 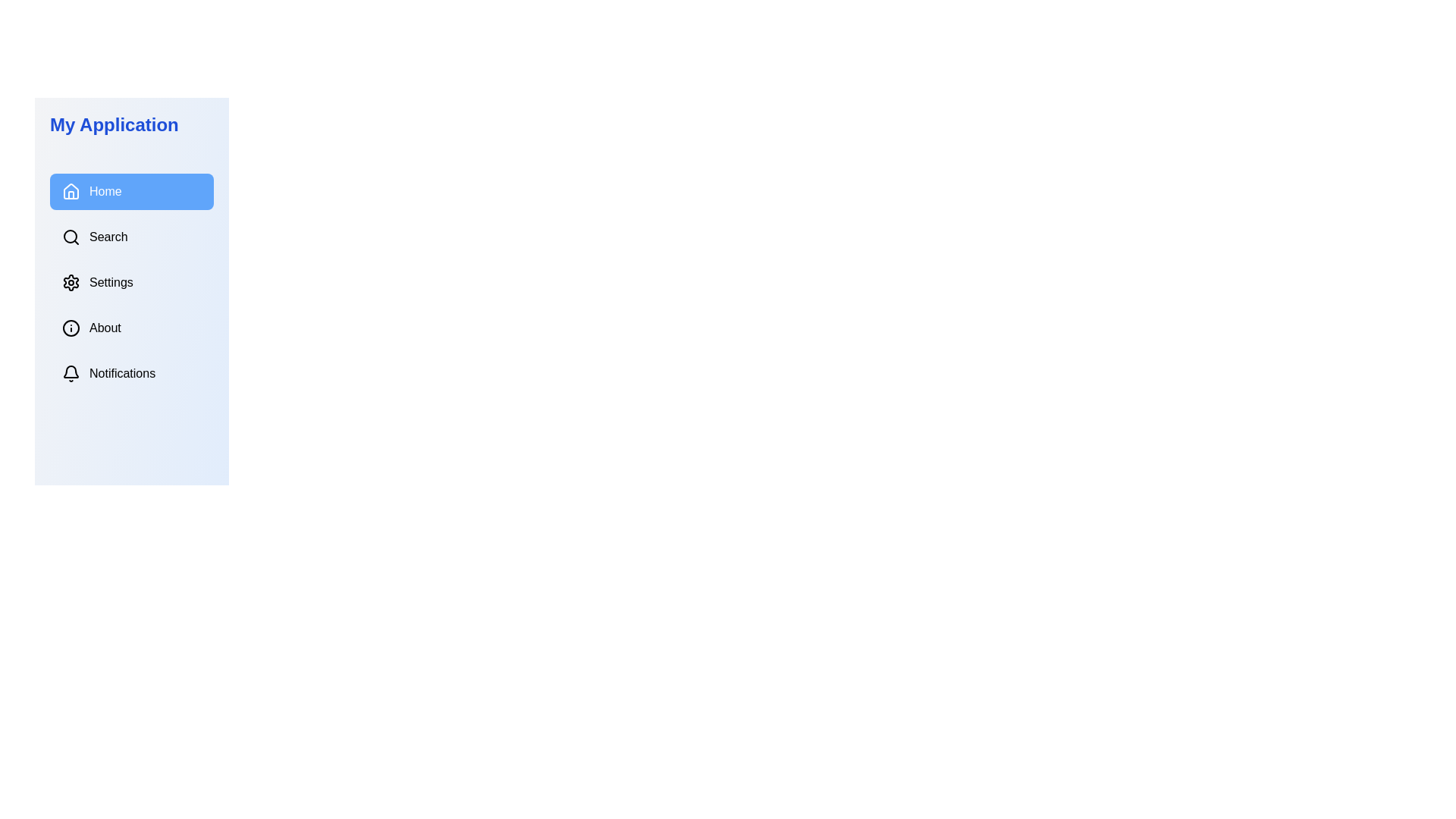 What do you see at coordinates (131, 124) in the screenshot?
I see `the Text Label located at the top of the left sidebar panel, which serves as the title or header for the application` at bounding box center [131, 124].